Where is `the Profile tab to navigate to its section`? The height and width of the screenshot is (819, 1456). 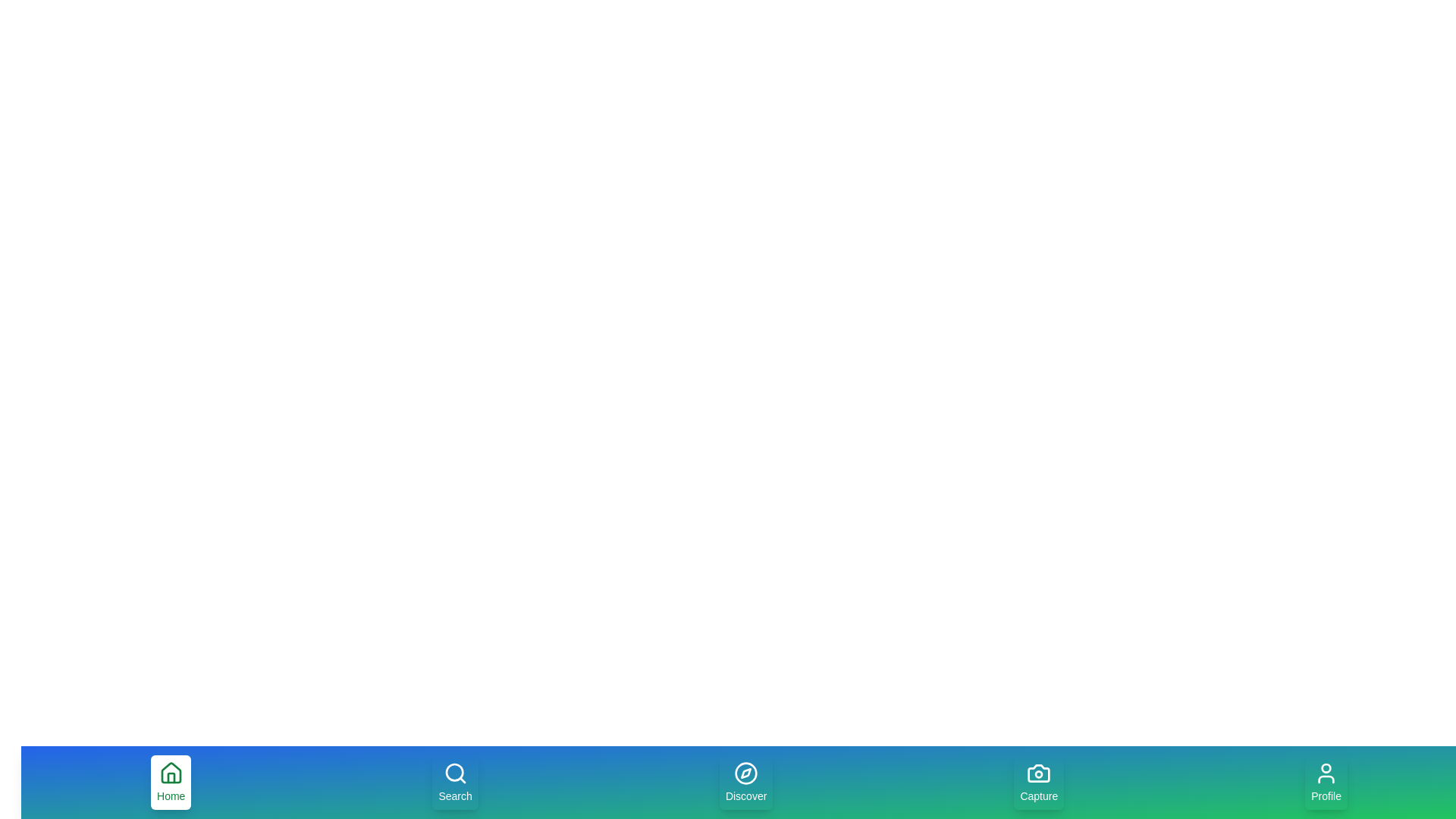 the Profile tab to navigate to its section is located at coordinates (1325, 783).